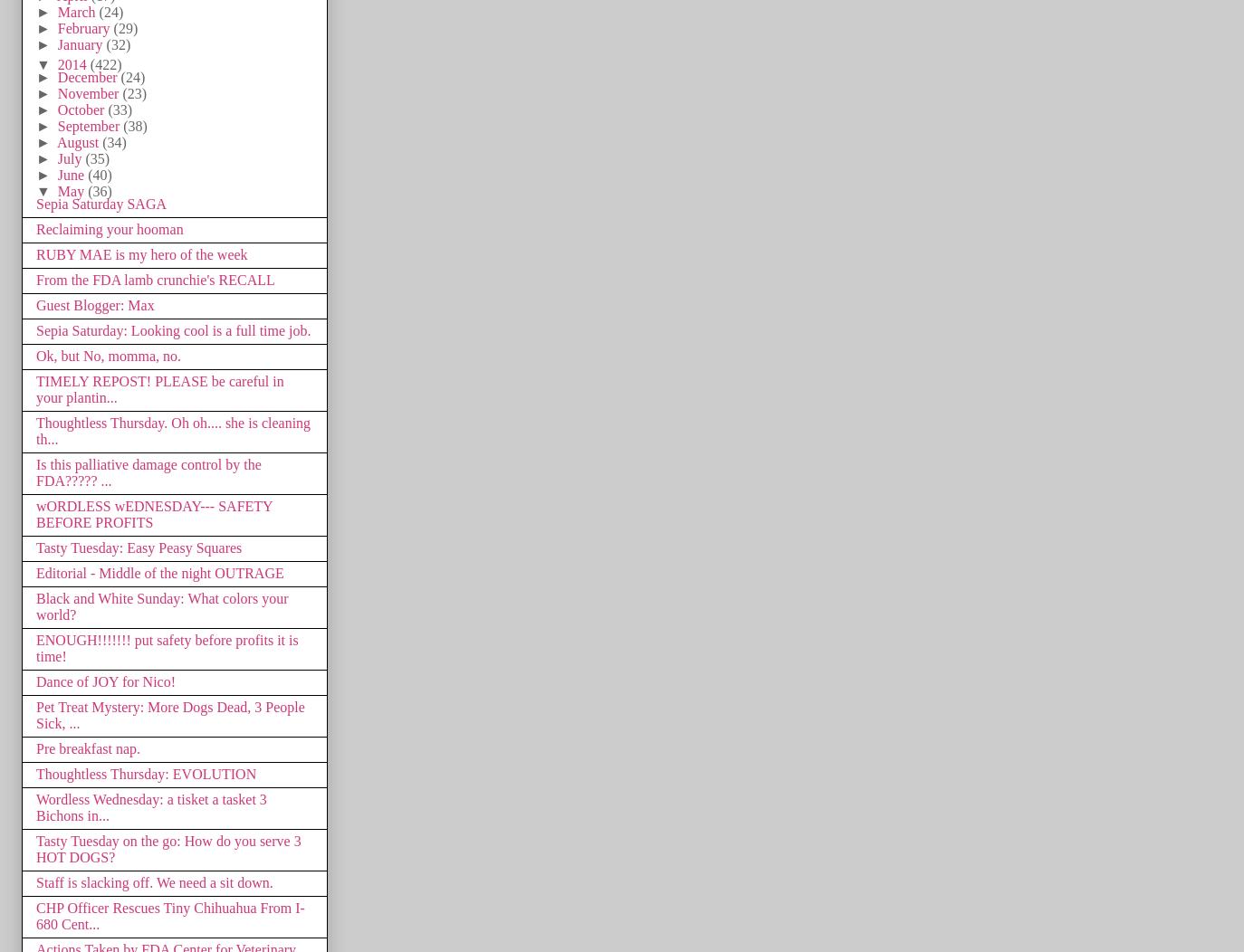 This screenshot has width=1244, height=952. I want to click on 'Is this palliative damage control by the FDA????? ...', so click(148, 471).